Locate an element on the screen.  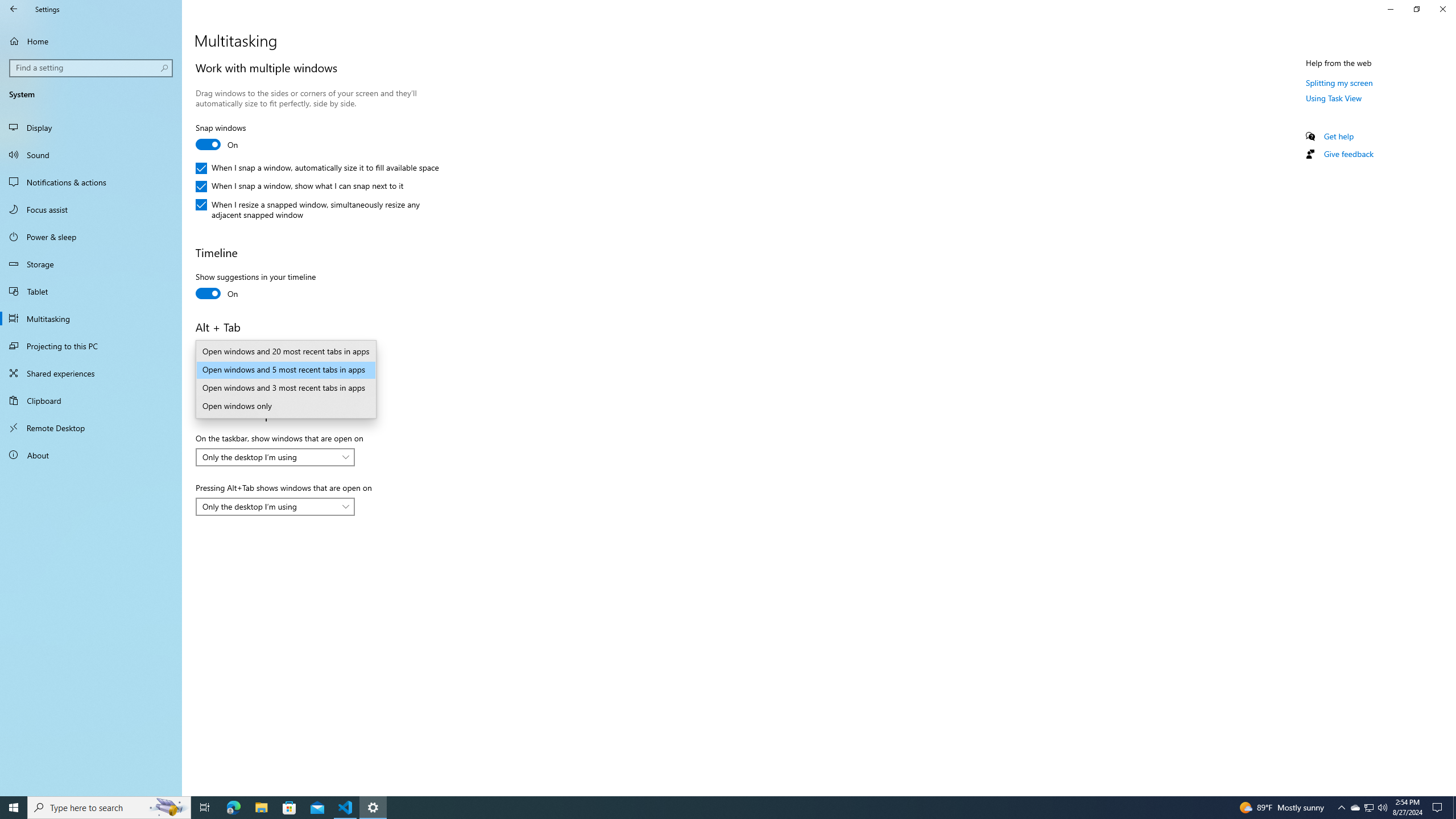
'About' is located at coordinates (90, 454).